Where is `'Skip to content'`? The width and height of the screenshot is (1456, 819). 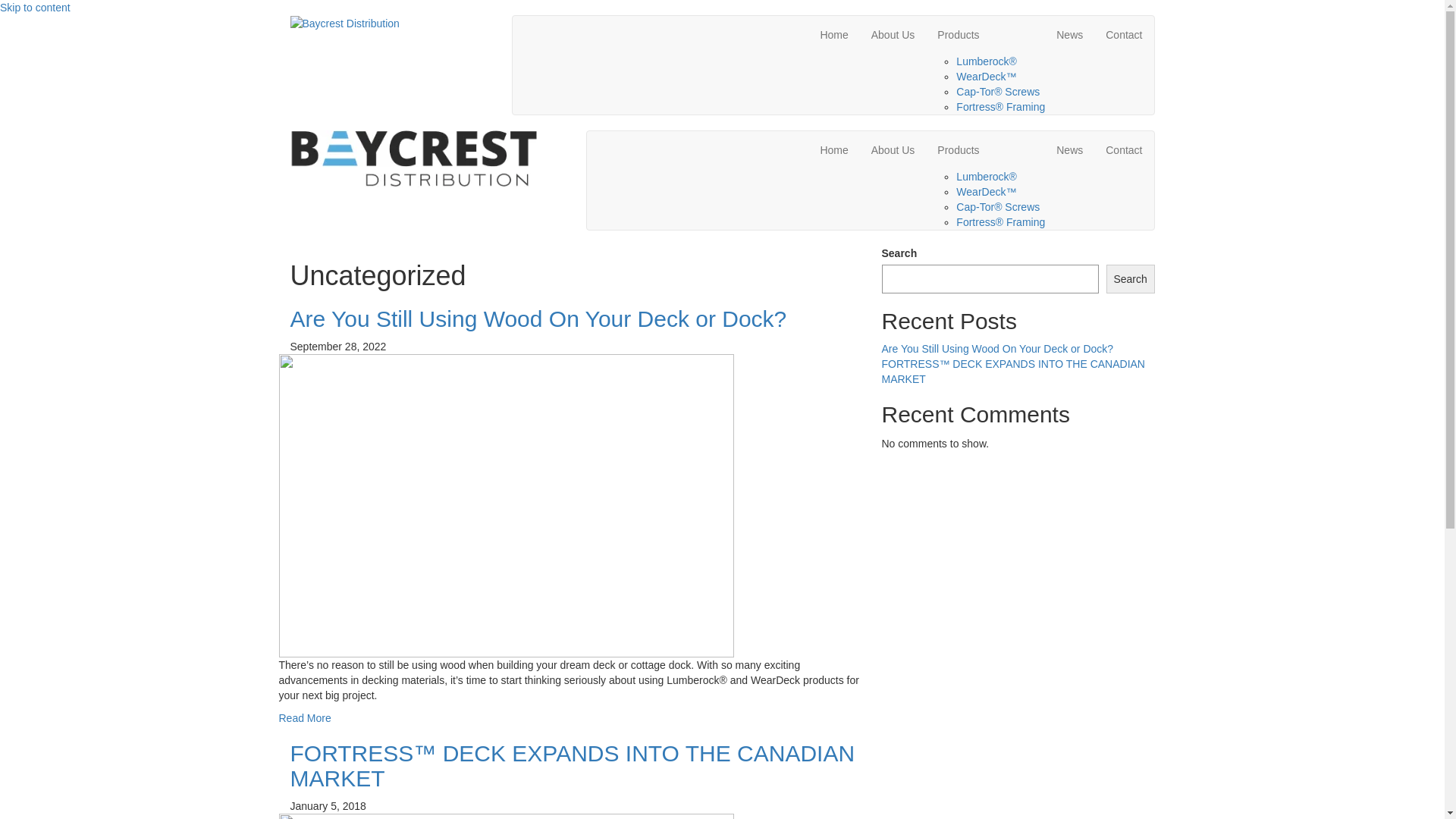 'Skip to content' is located at coordinates (35, 8).